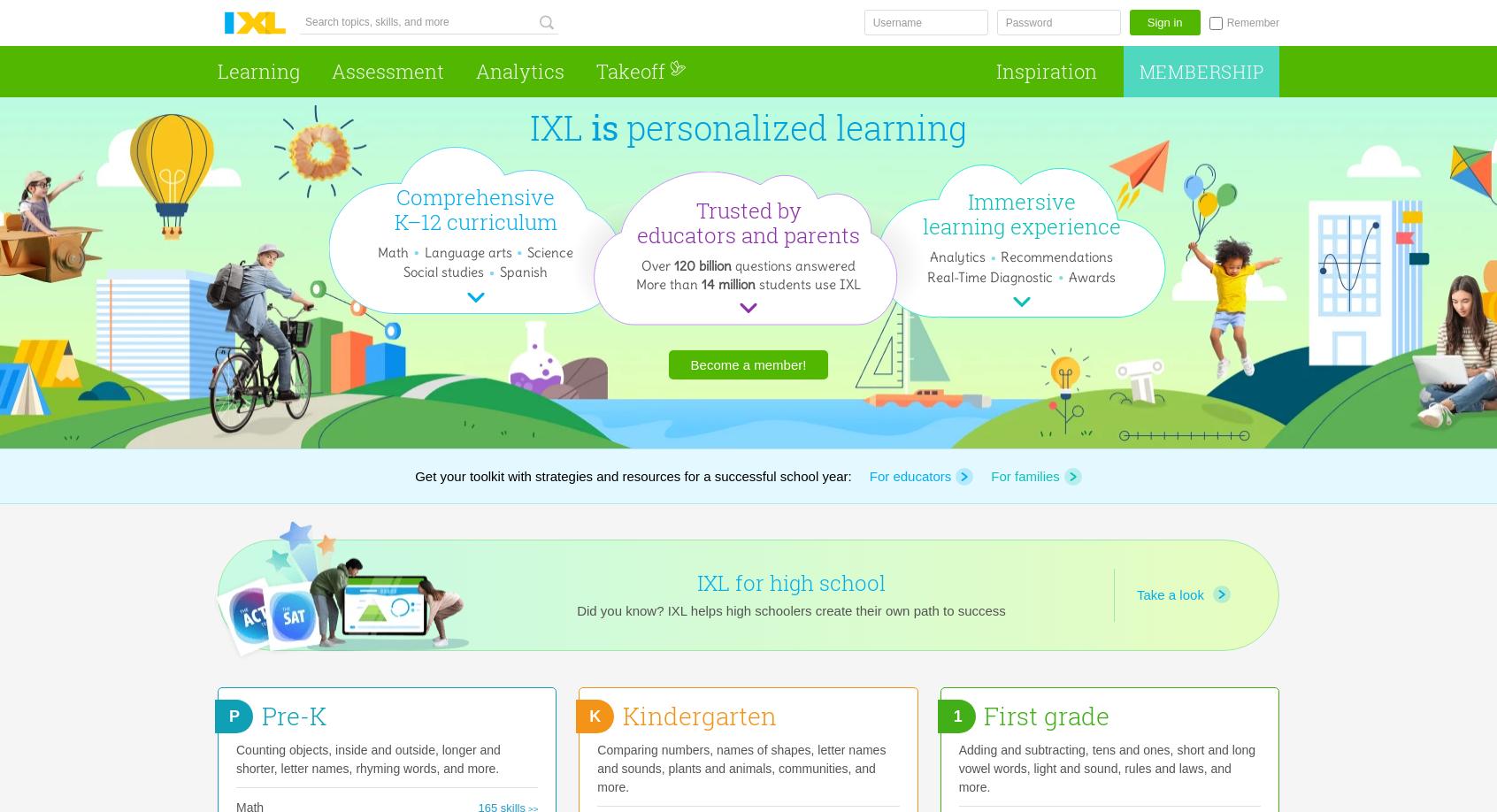  I want to click on 'Inspiration', so click(1046, 70).